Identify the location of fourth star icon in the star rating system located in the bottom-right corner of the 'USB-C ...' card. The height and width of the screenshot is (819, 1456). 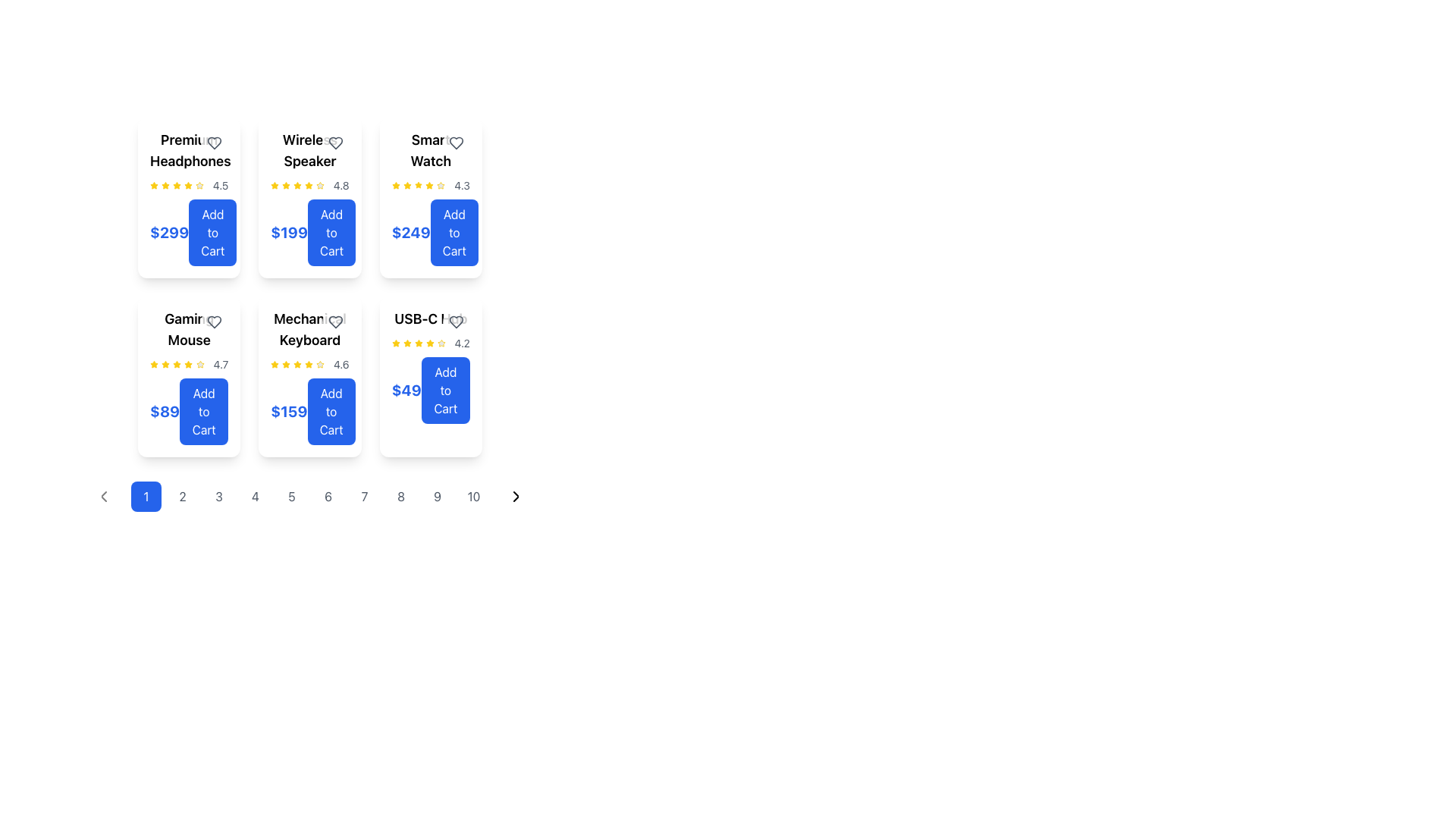
(419, 343).